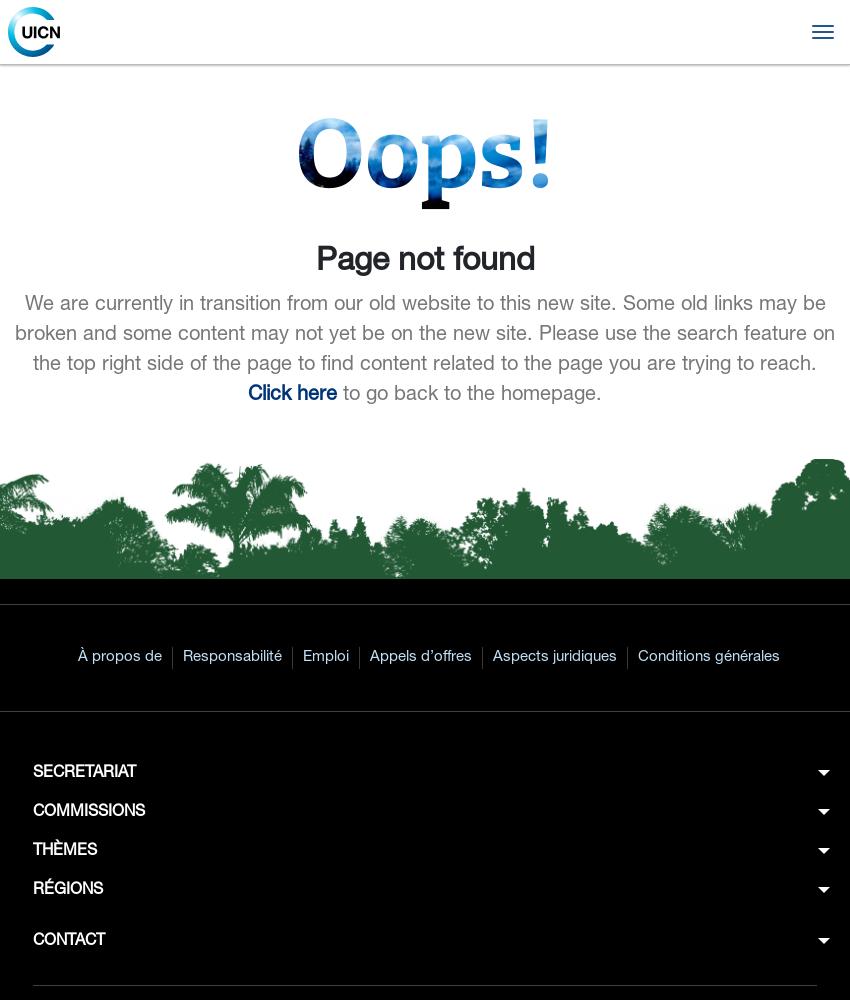 Image resolution: width=850 pixels, height=1000 pixels. Describe the element at coordinates (491, 656) in the screenshot. I see `'Aspects juridiques'` at that location.